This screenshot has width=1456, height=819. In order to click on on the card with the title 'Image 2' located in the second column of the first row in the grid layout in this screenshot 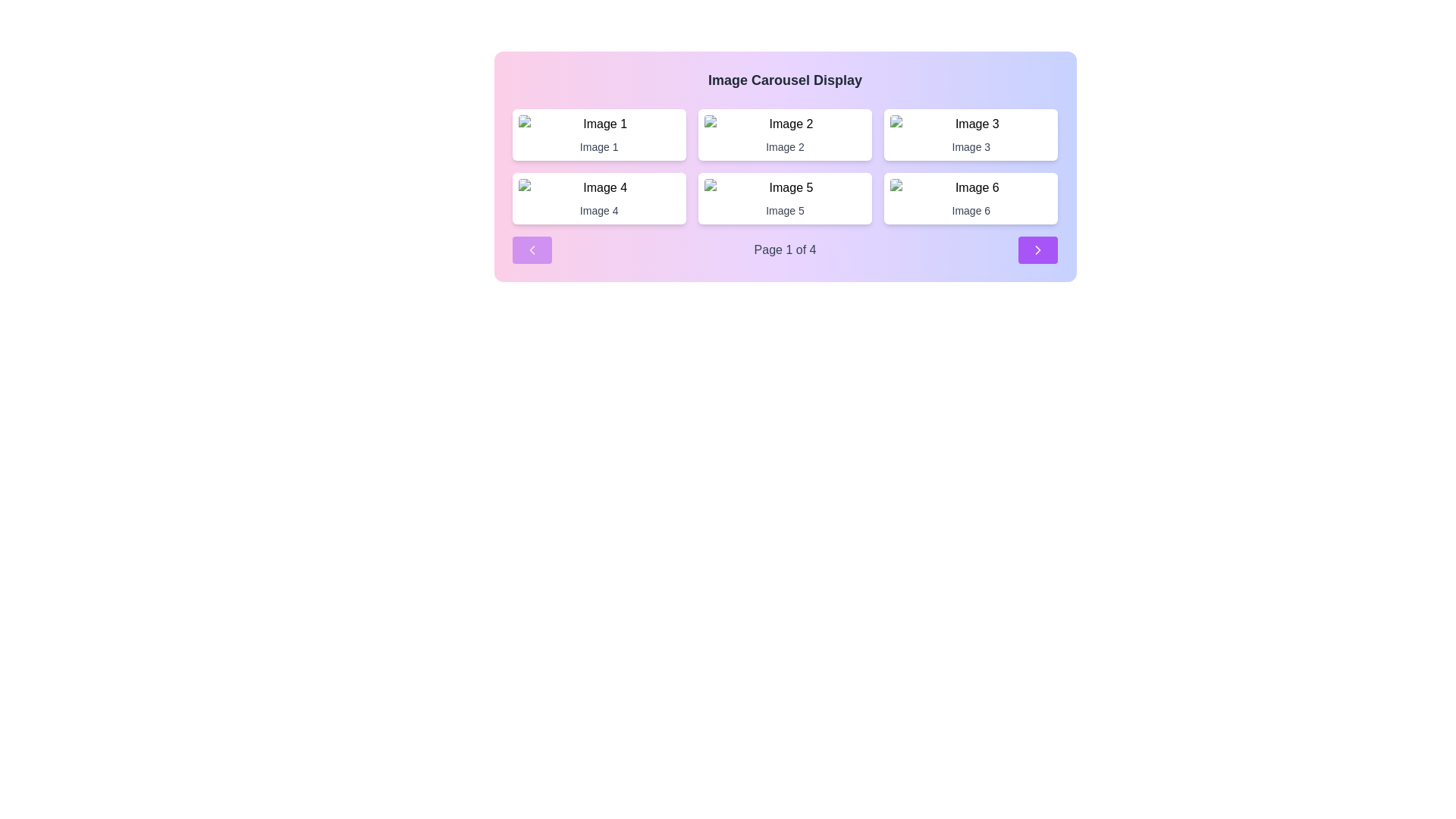, I will do `click(785, 133)`.